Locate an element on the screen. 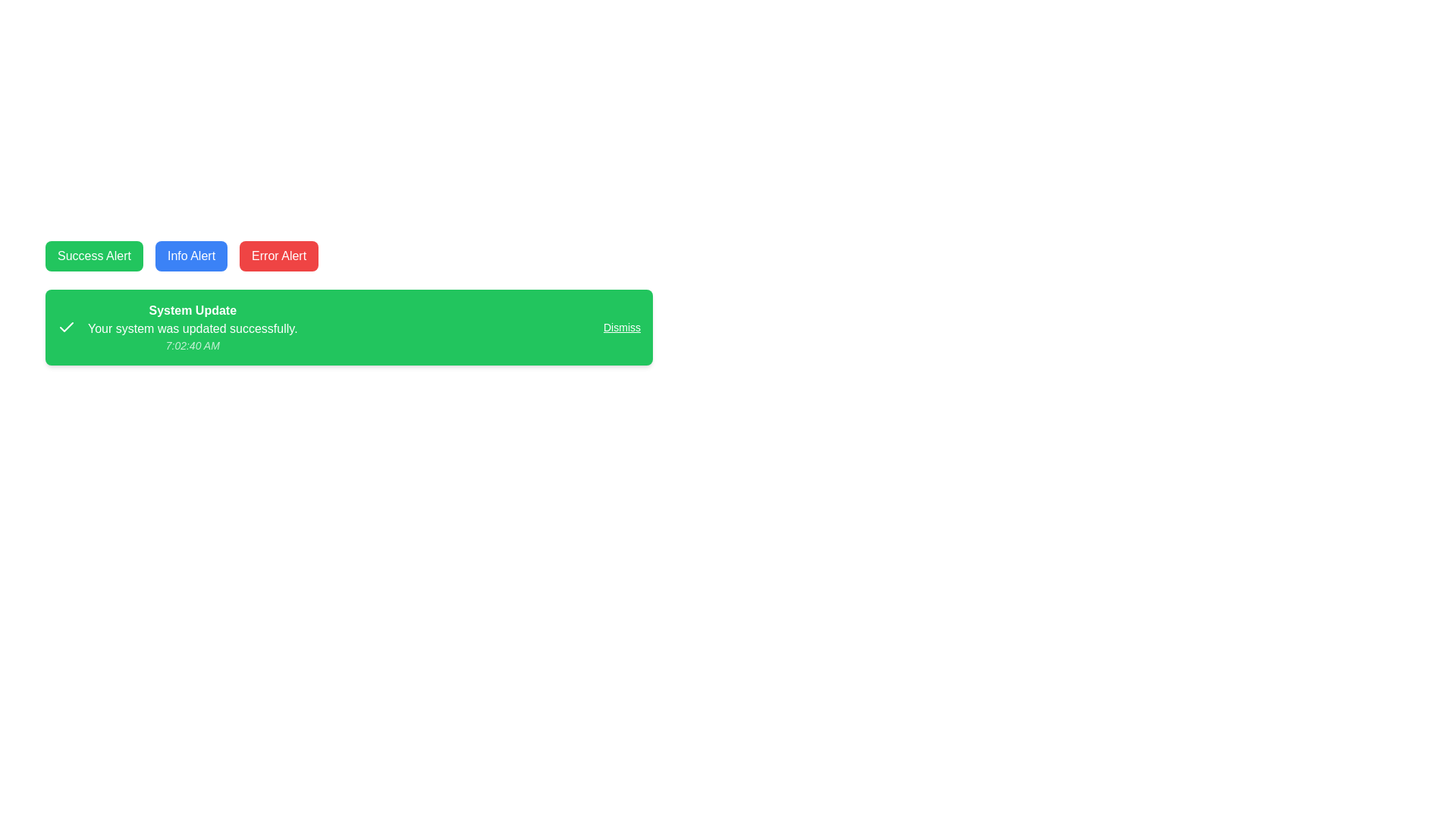 This screenshot has height=819, width=1456. the checkmark icon within the green success alert box that indicates a successful operation, located to the left of the 'System Update' text is located at coordinates (65, 326).